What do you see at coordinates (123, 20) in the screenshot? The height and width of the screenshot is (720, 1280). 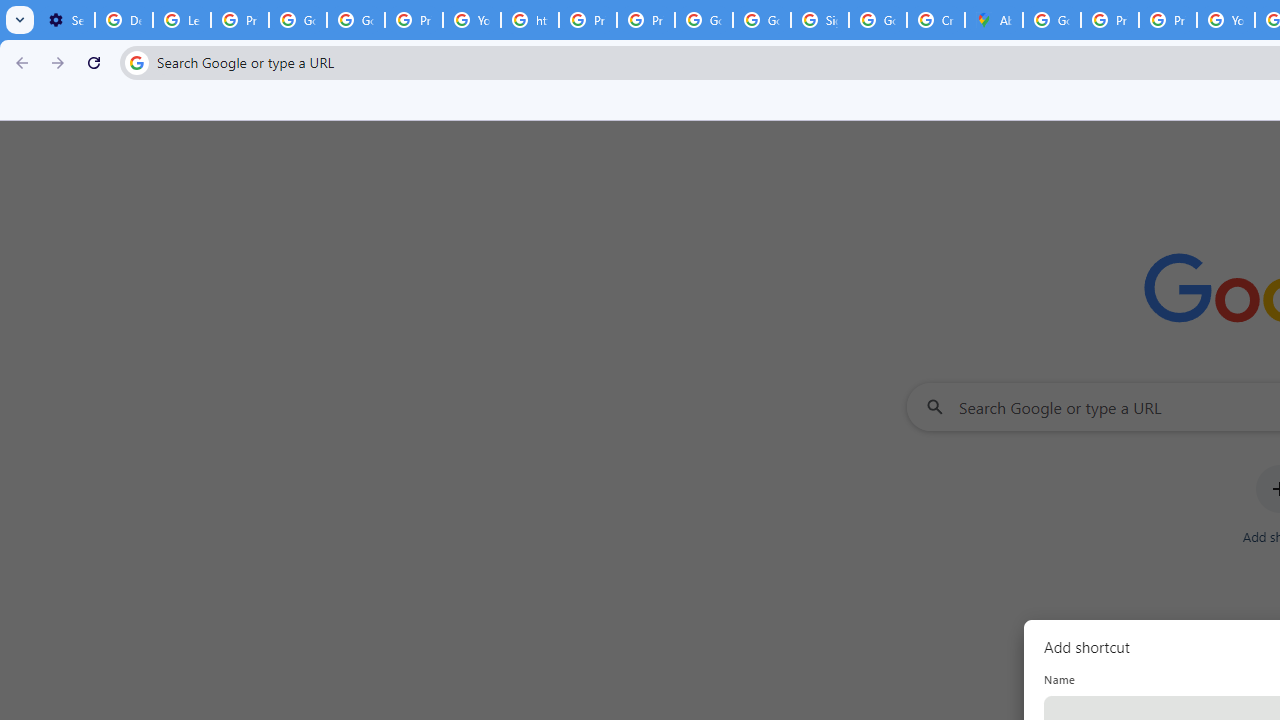 I see `'Delete photos & videos - Computer - Google Photos Help'` at bounding box center [123, 20].